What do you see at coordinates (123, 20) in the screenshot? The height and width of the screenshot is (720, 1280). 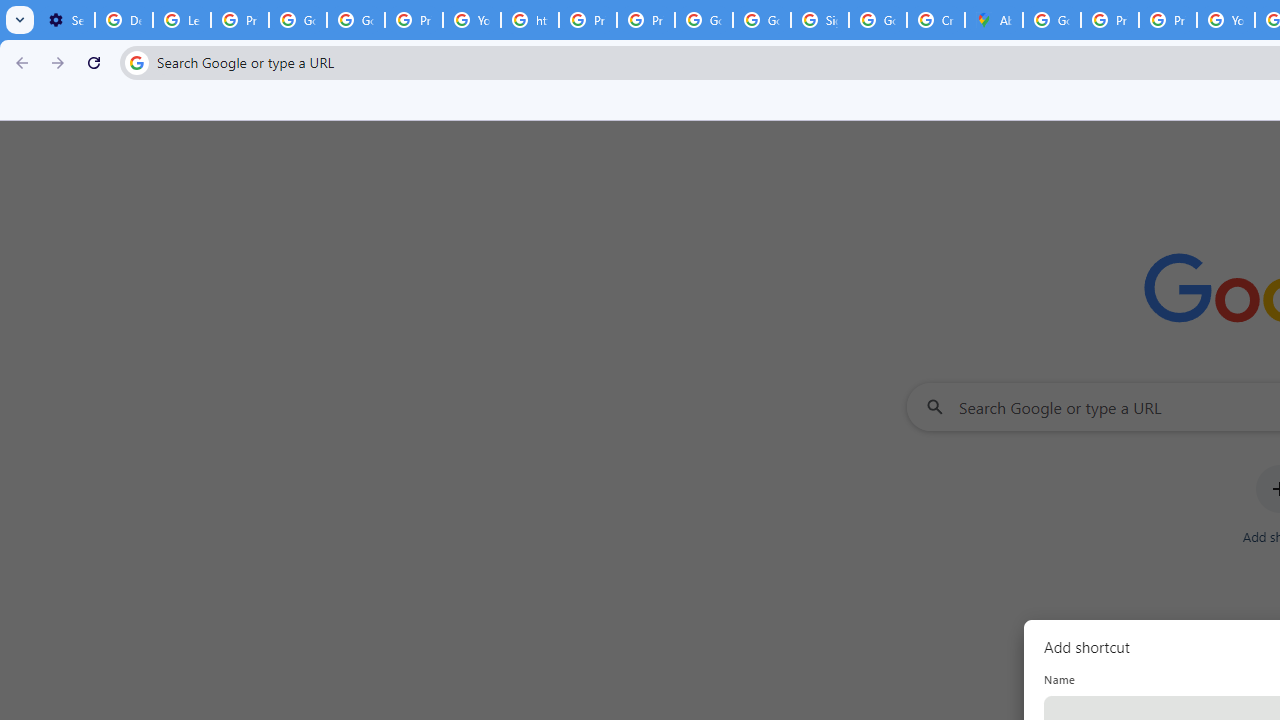 I see `'Delete photos & videos - Computer - Google Photos Help'` at bounding box center [123, 20].